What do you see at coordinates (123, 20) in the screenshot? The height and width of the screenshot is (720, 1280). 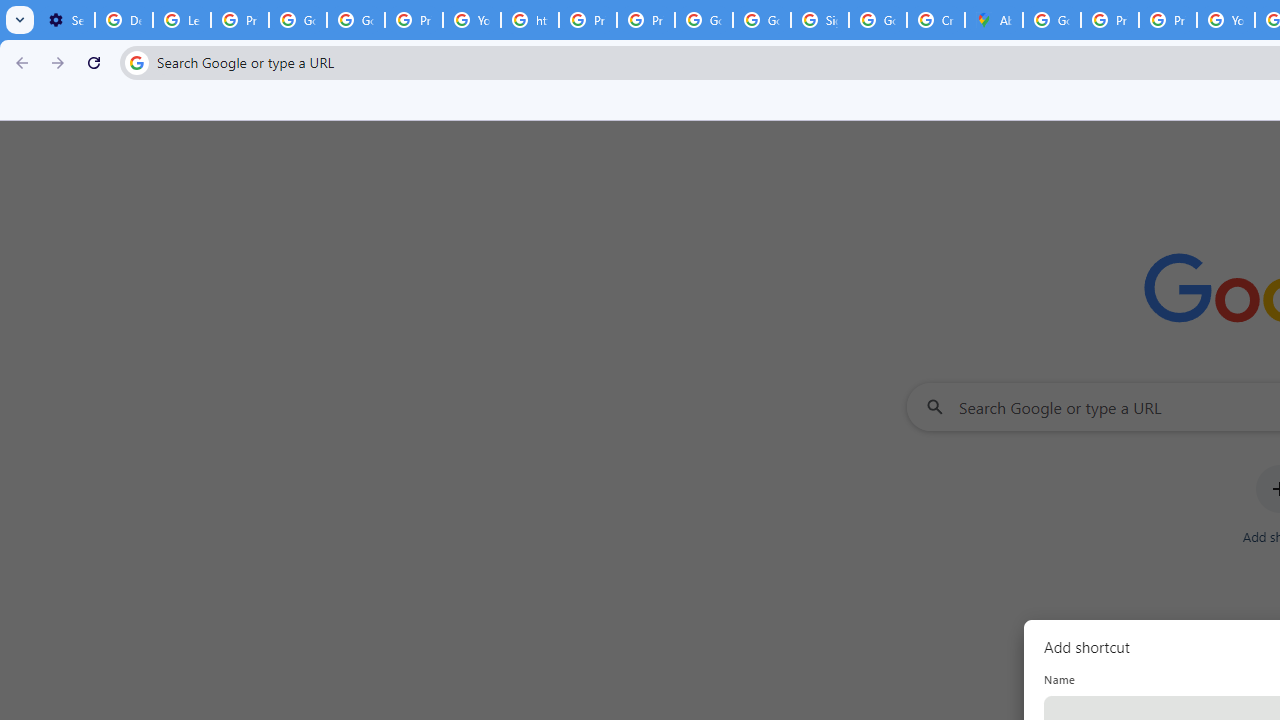 I see `'Delete photos & videos - Computer - Google Photos Help'` at bounding box center [123, 20].